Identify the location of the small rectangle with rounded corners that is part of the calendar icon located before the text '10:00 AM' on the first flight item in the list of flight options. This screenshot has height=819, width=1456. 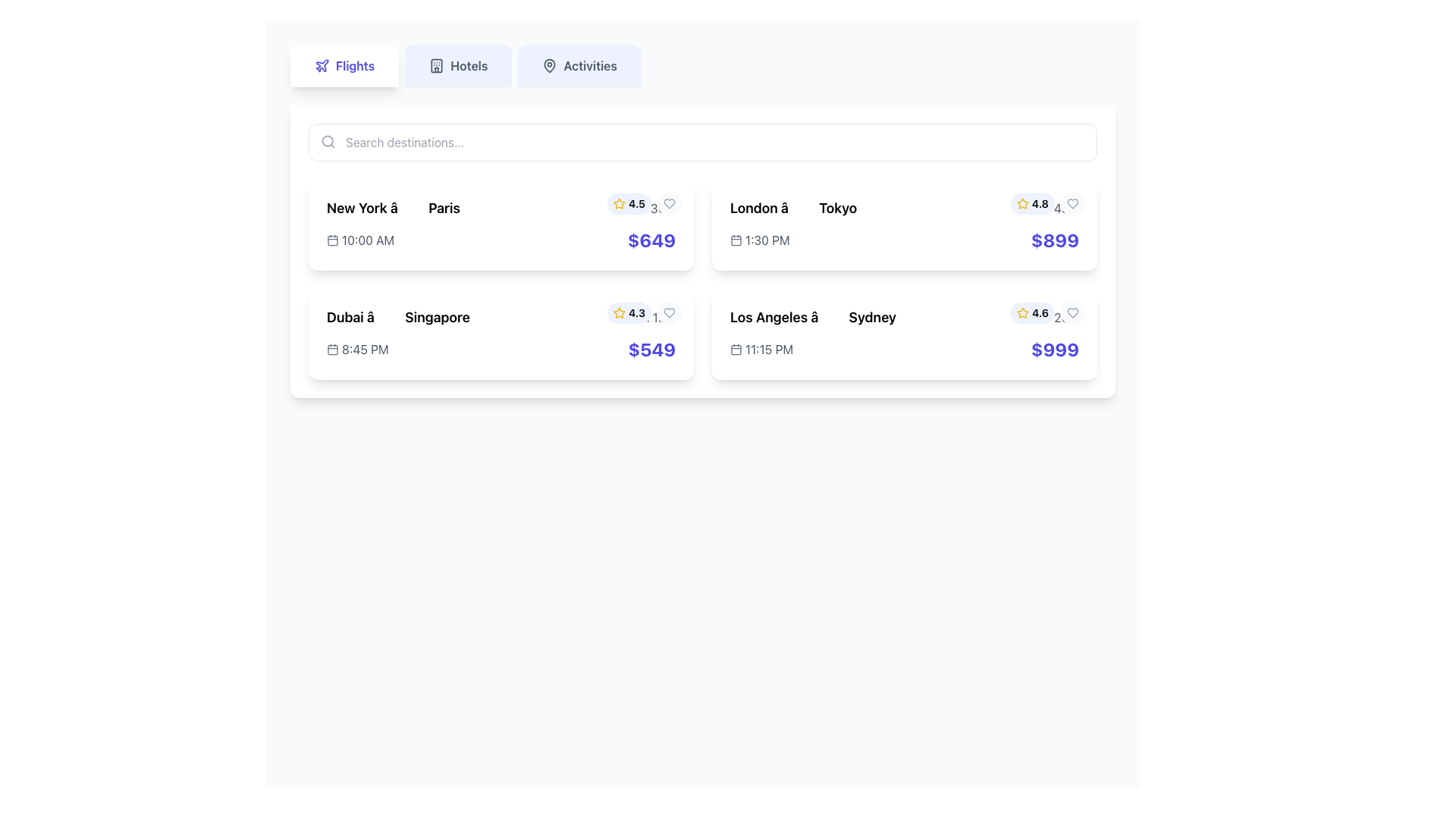
(331, 239).